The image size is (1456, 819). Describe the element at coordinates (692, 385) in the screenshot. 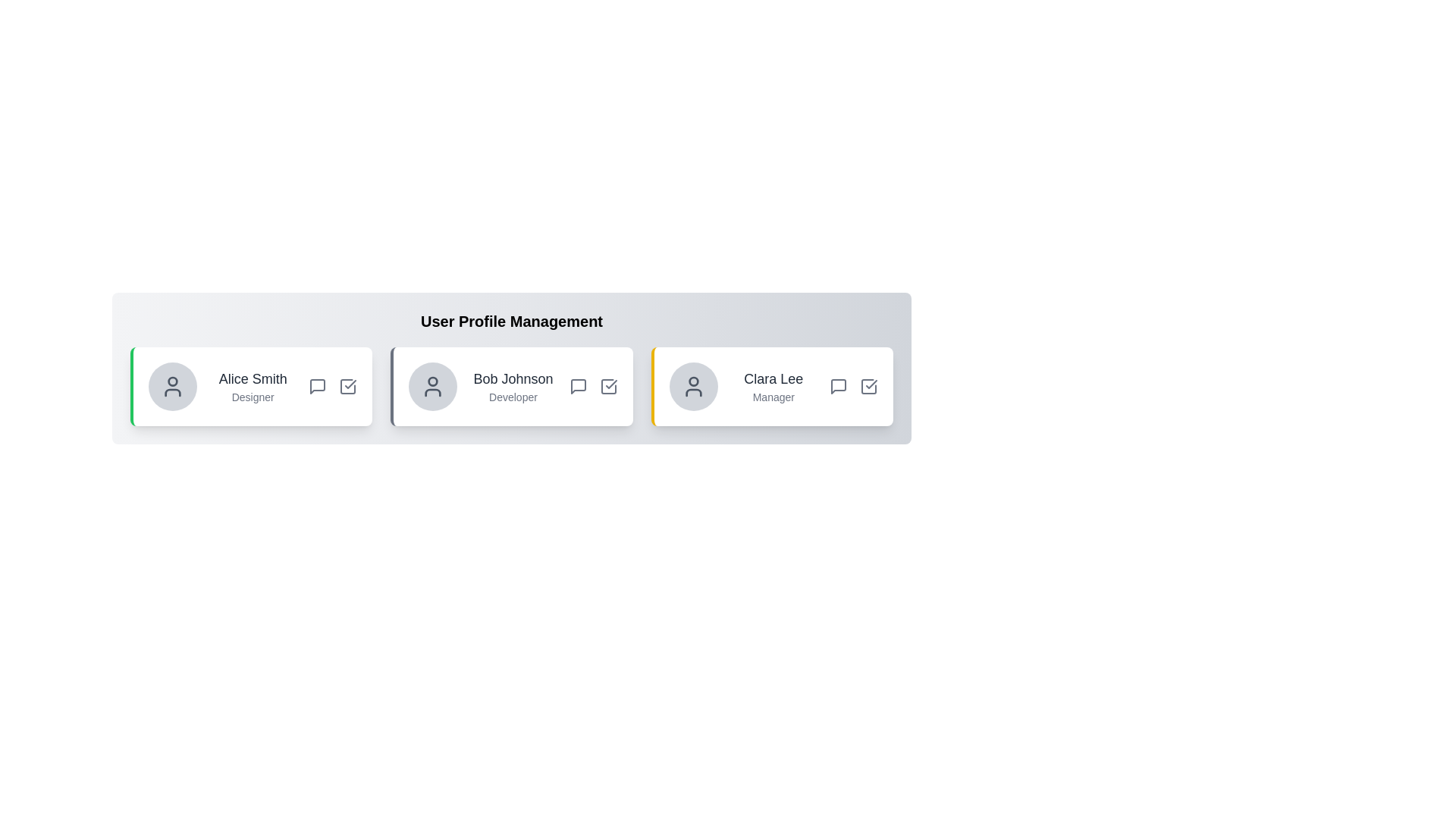

I see `the circular user icon with a grey background and user outline in the user card for 'Clara Lee - Manager', located to the left of the user's name` at that location.